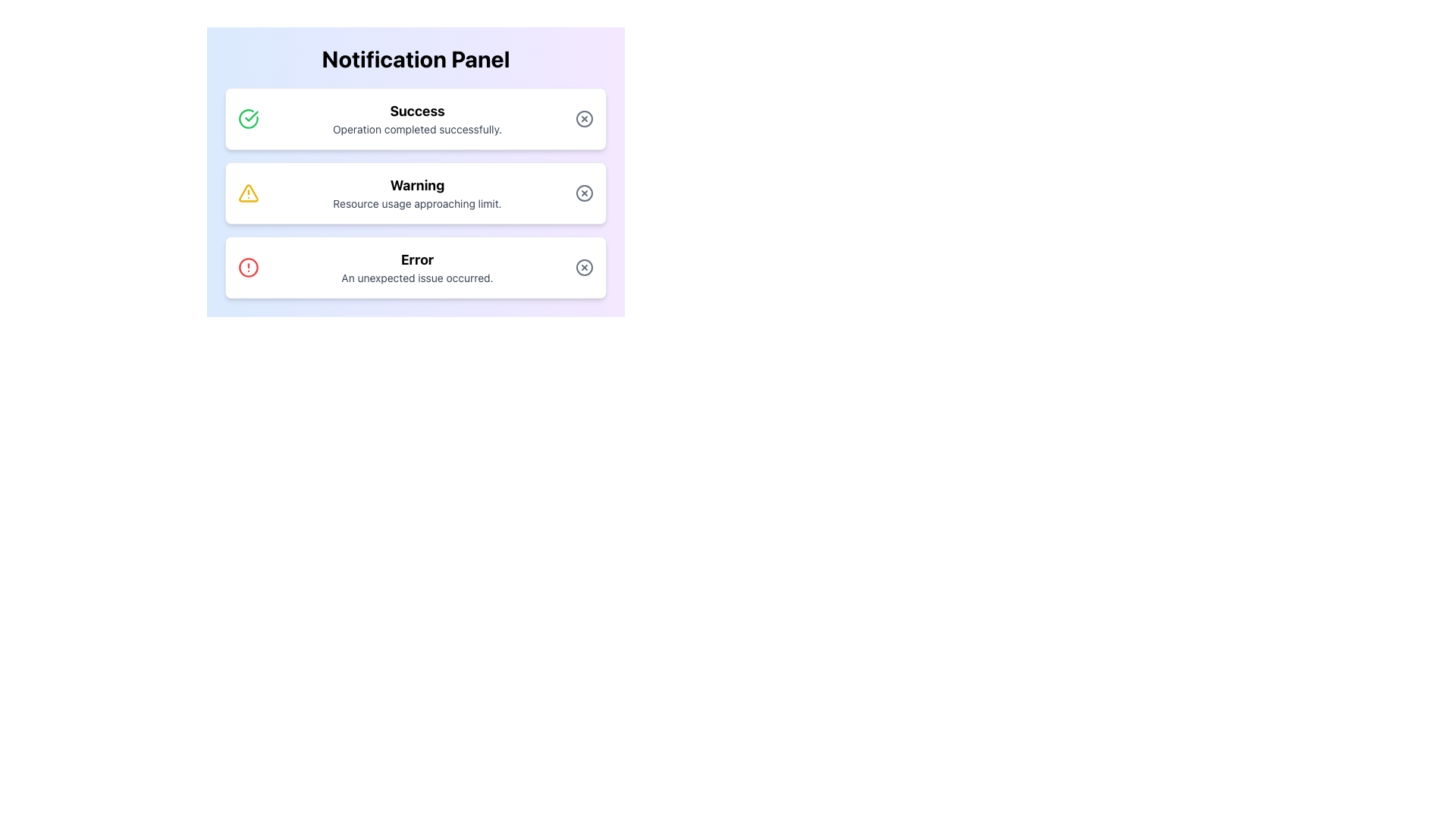 The width and height of the screenshot is (1456, 819). Describe the element at coordinates (584, 118) in the screenshot. I see `the close button located at the top-right corner of the notification box labeled 'Success'` at that location.